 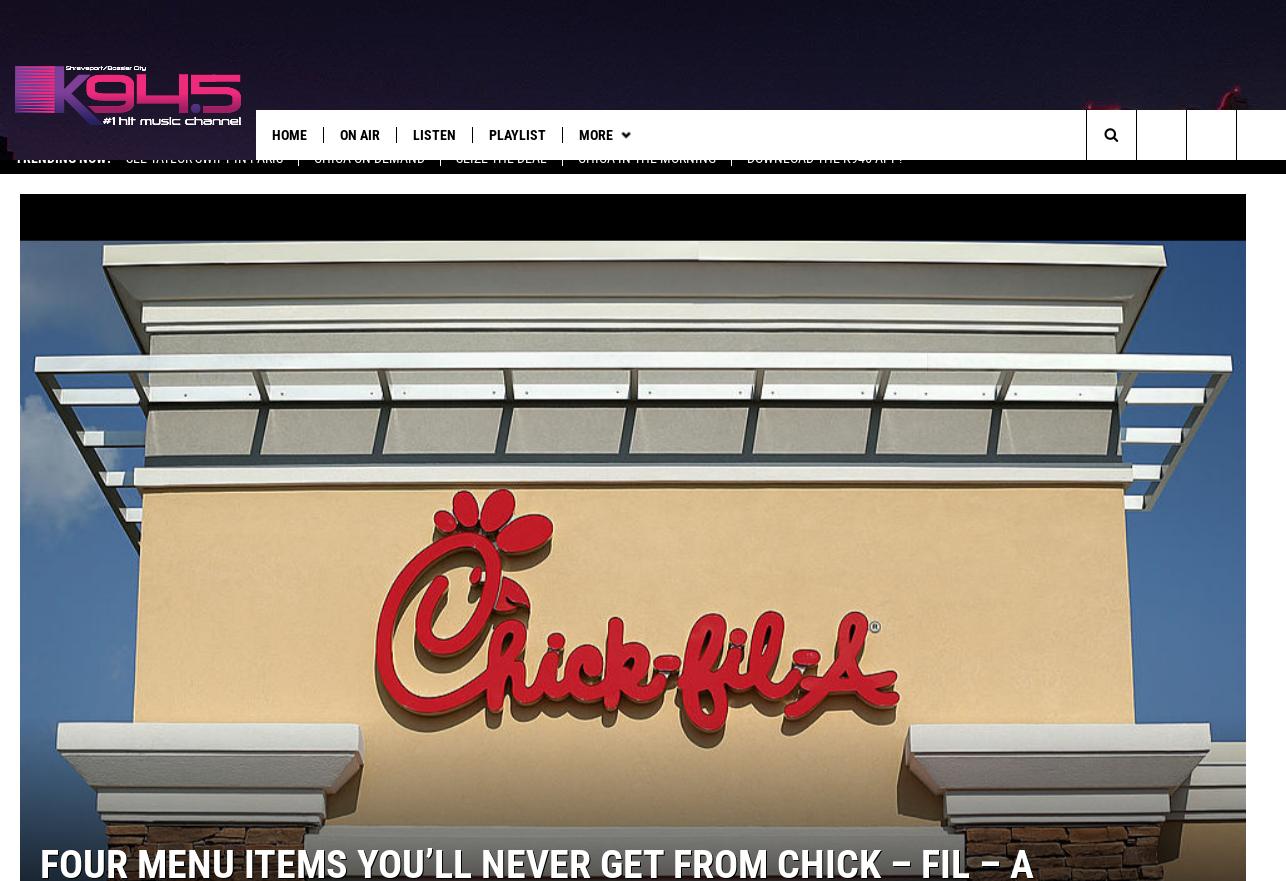 I want to click on 'Seize The Deal', so click(x=500, y=176).